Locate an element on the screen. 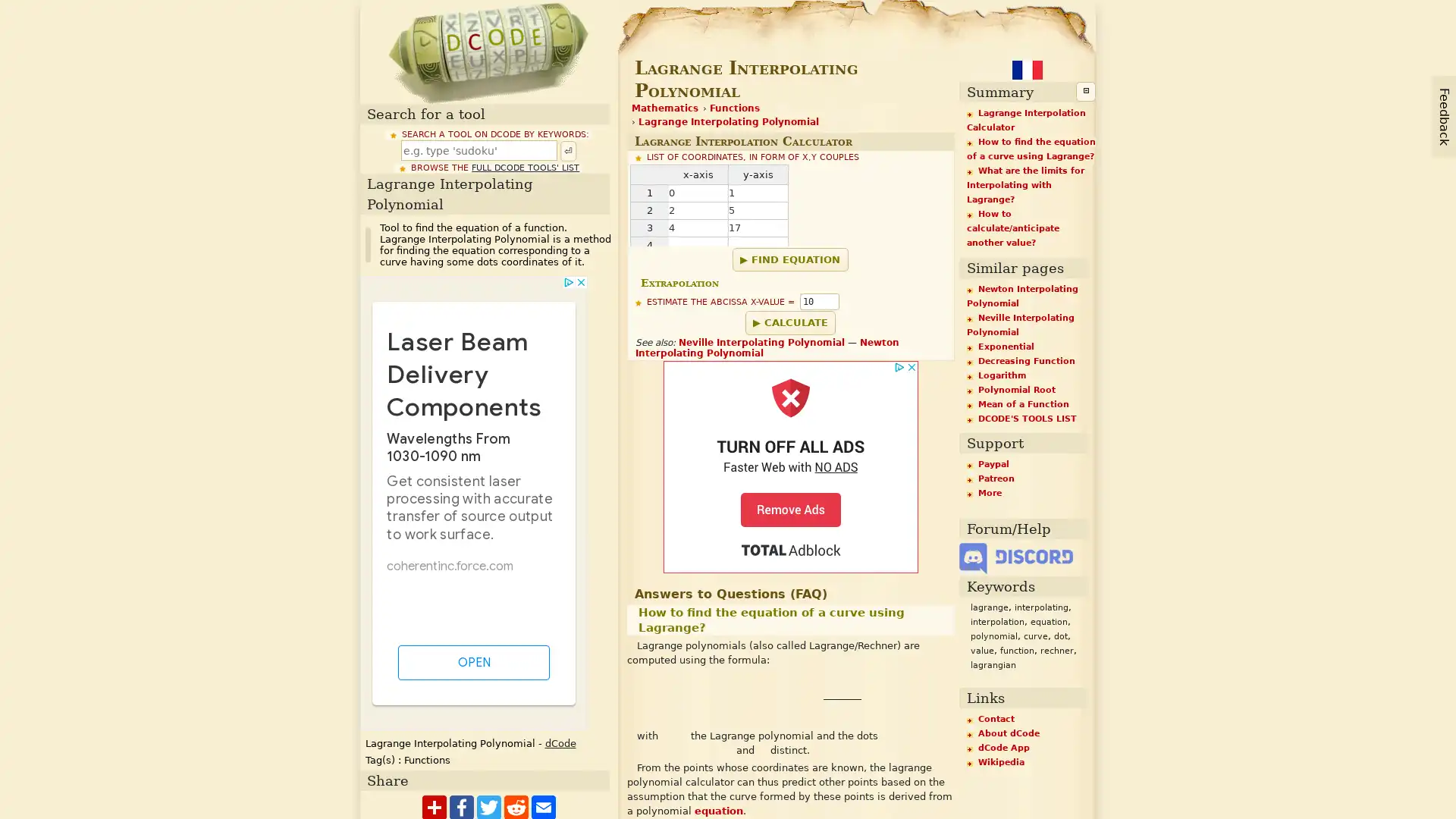 Image resolution: width=1456 pixels, height=819 pixels. CALCULATE is located at coordinates (789, 321).